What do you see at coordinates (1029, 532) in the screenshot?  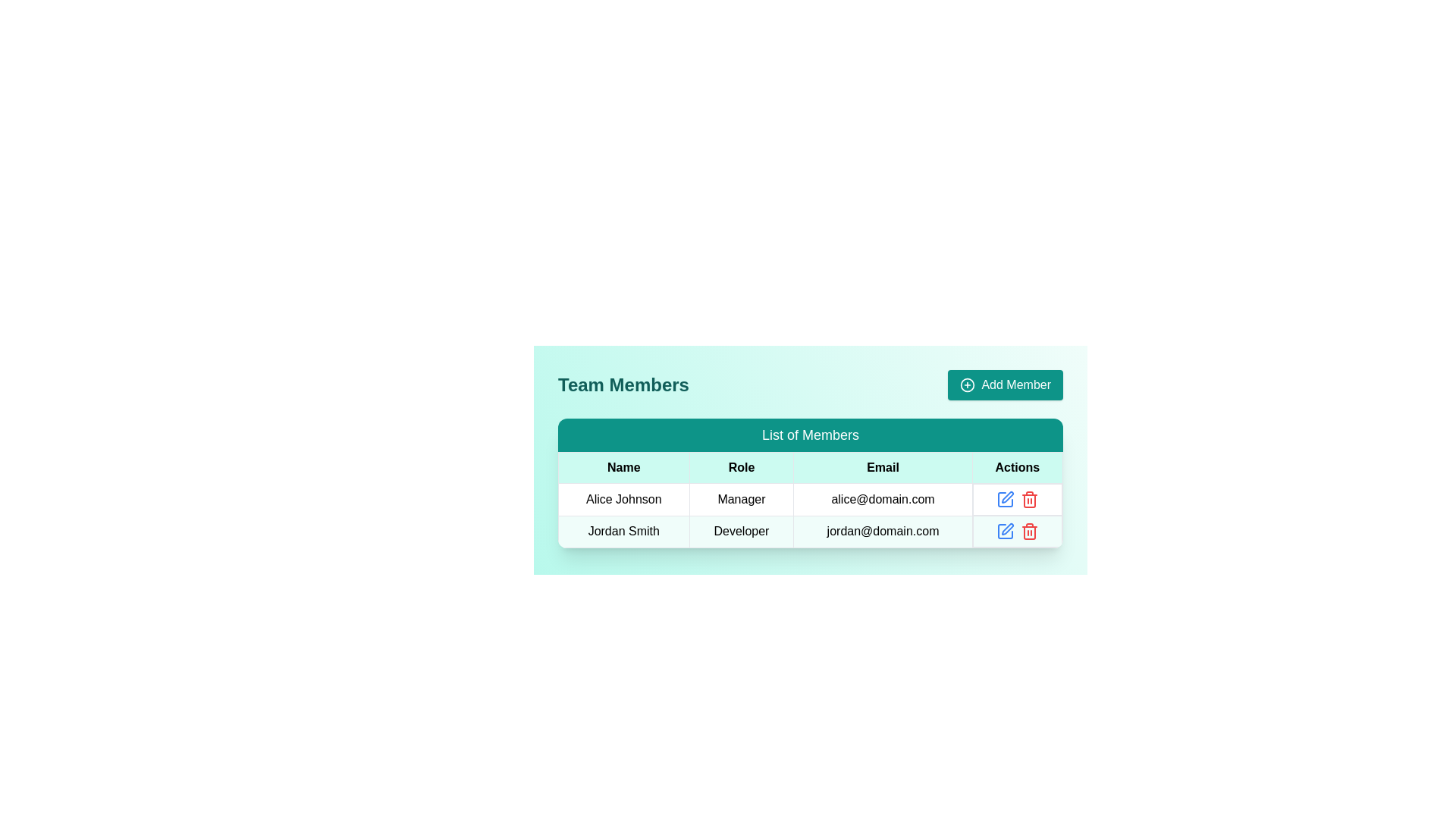 I see `the side walls of the trash can icon in the 'Actions' column of the second row in the 'List of Members' table to indicate the 'Delete' action` at bounding box center [1029, 532].